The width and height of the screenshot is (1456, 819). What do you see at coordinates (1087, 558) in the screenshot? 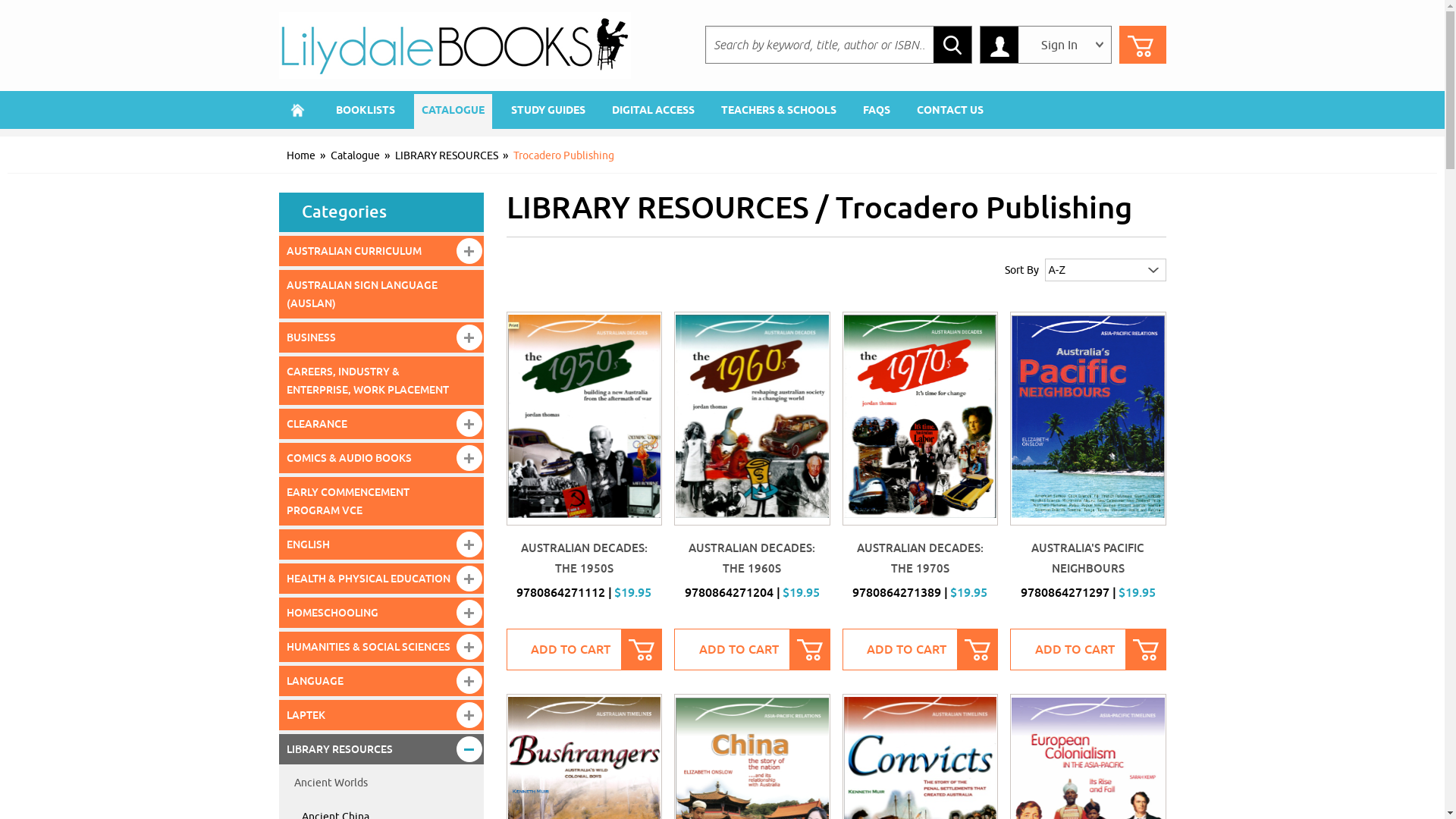
I see `'AUSTRALIA'S PACIFIC NEIGHBOURS'` at bounding box center [1087, 558].